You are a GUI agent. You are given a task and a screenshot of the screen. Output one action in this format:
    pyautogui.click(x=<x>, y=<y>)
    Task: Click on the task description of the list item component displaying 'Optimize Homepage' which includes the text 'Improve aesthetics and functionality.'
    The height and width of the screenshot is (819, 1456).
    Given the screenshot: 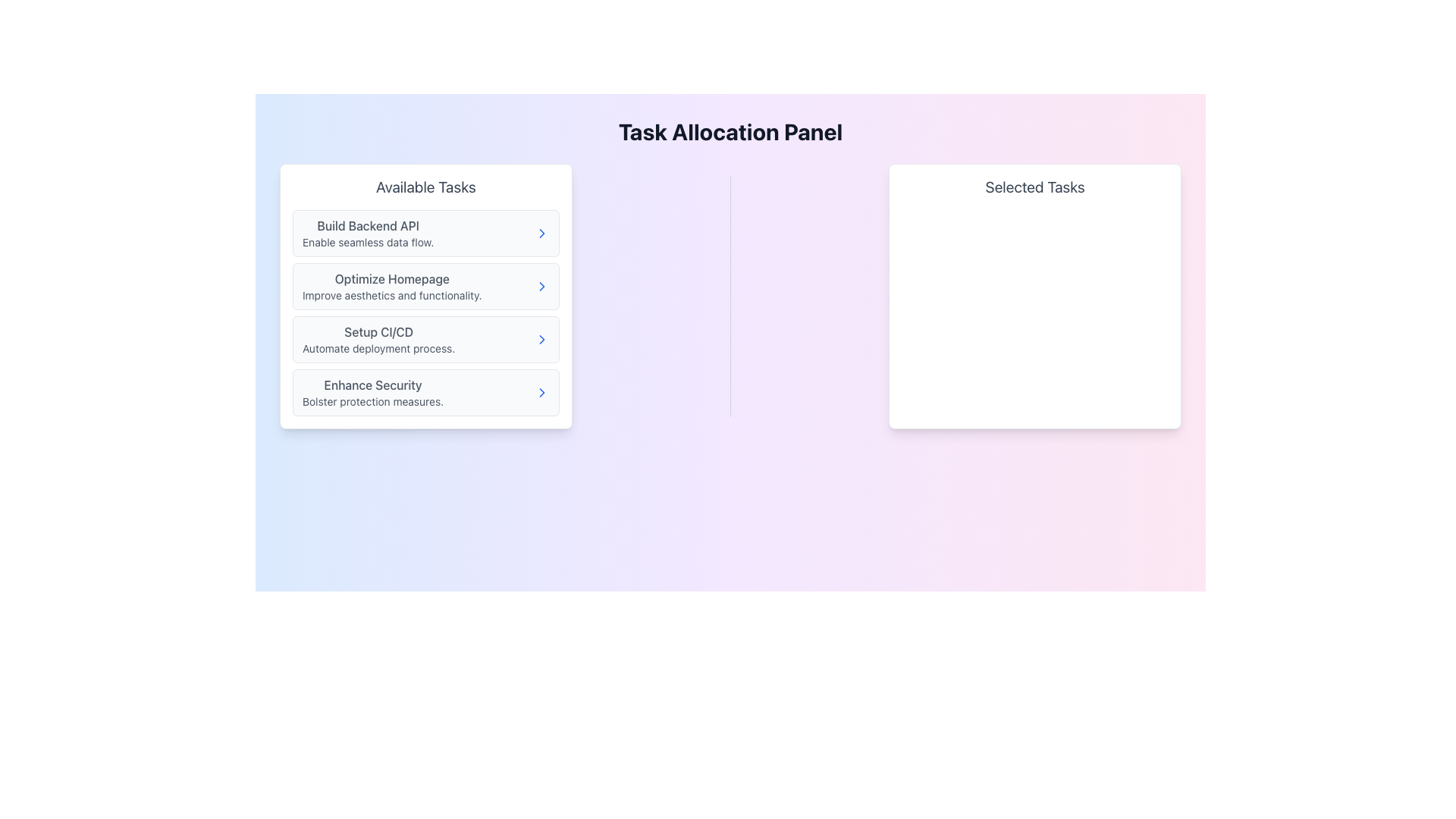 What is the action you would take?
    pyautogui.click(x=425, y=287)
    